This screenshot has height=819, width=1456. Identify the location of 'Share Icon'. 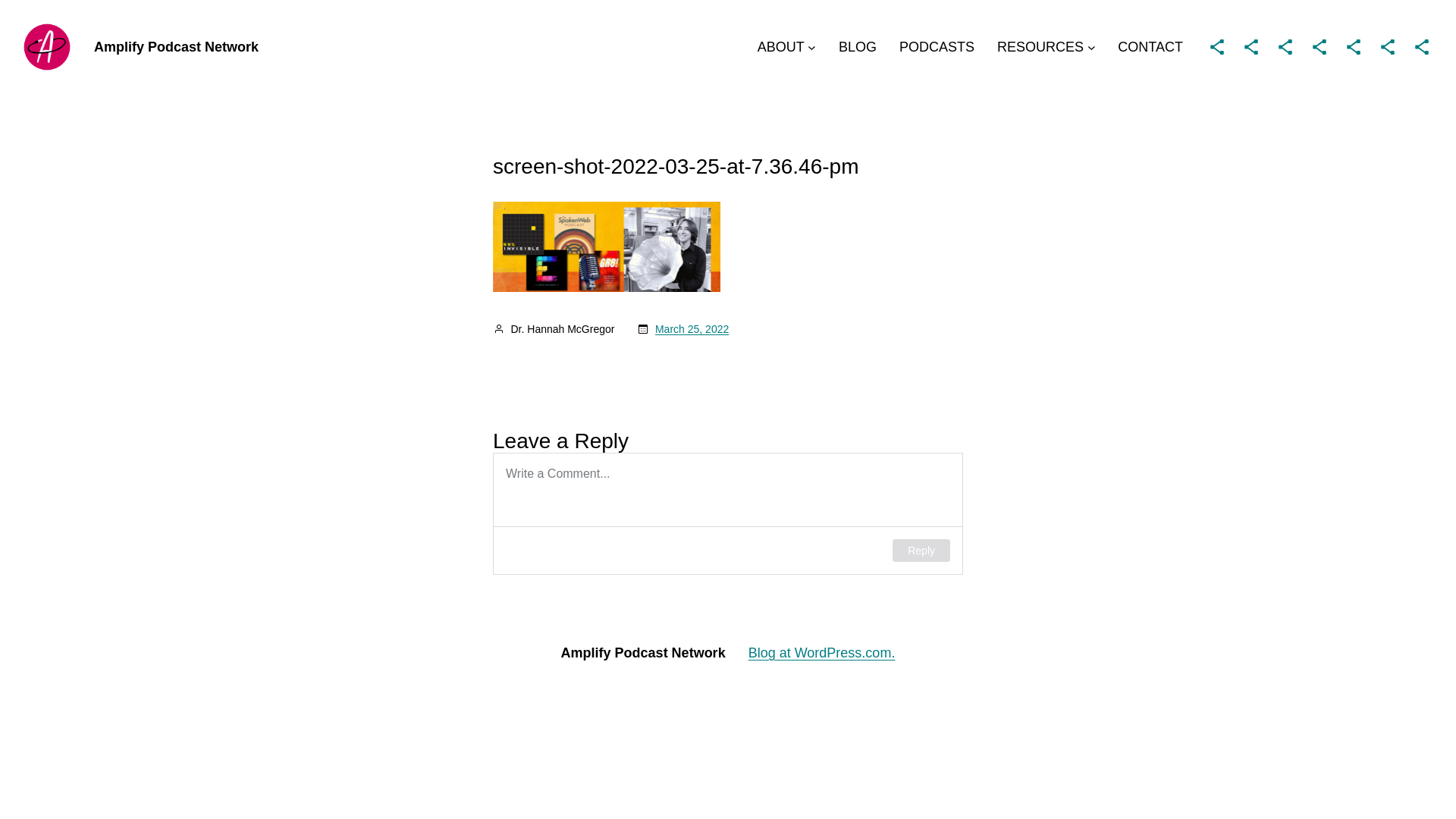
(1216, 45).